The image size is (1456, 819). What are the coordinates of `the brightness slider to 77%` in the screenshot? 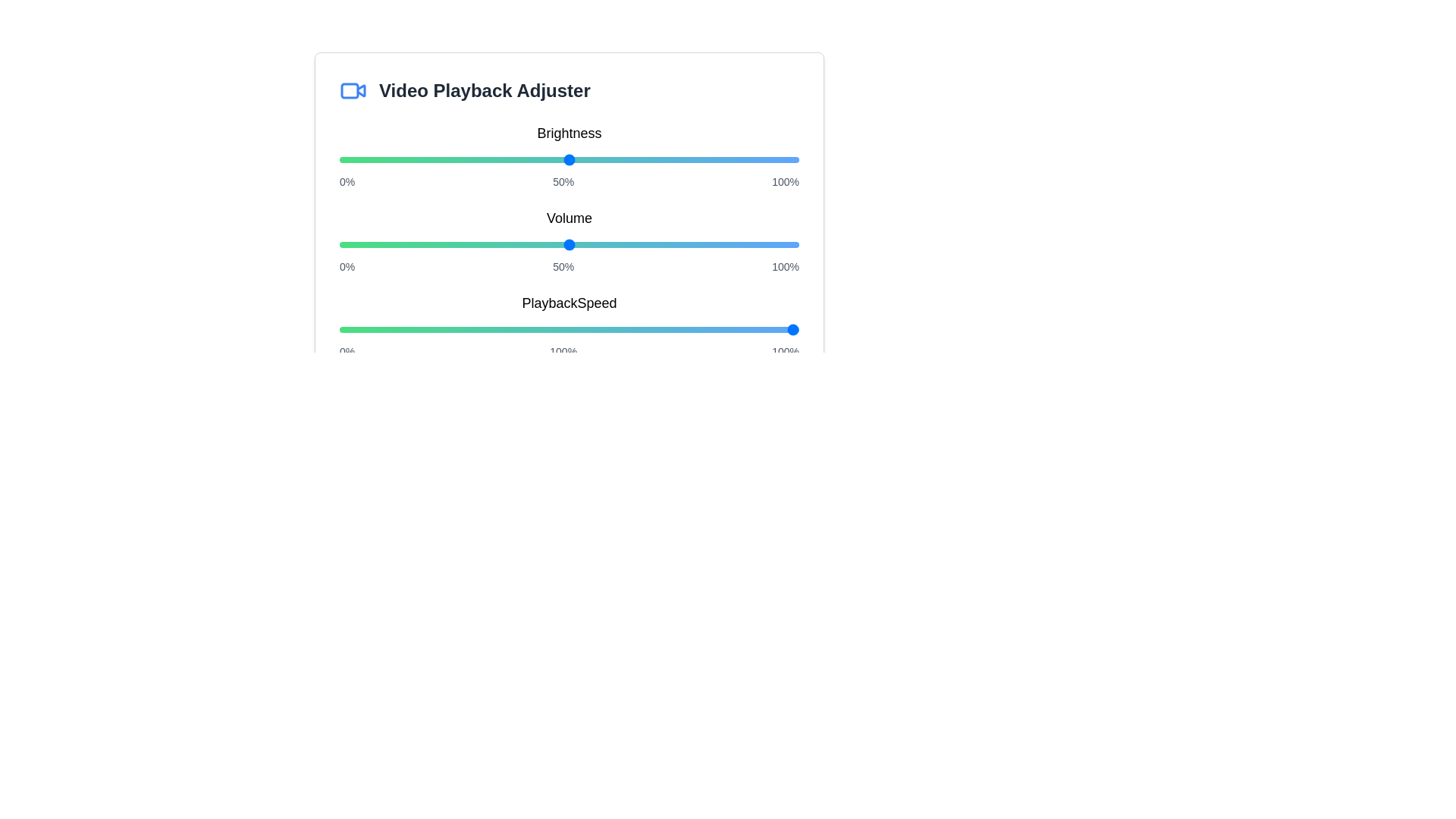 It's located at (692, 160).